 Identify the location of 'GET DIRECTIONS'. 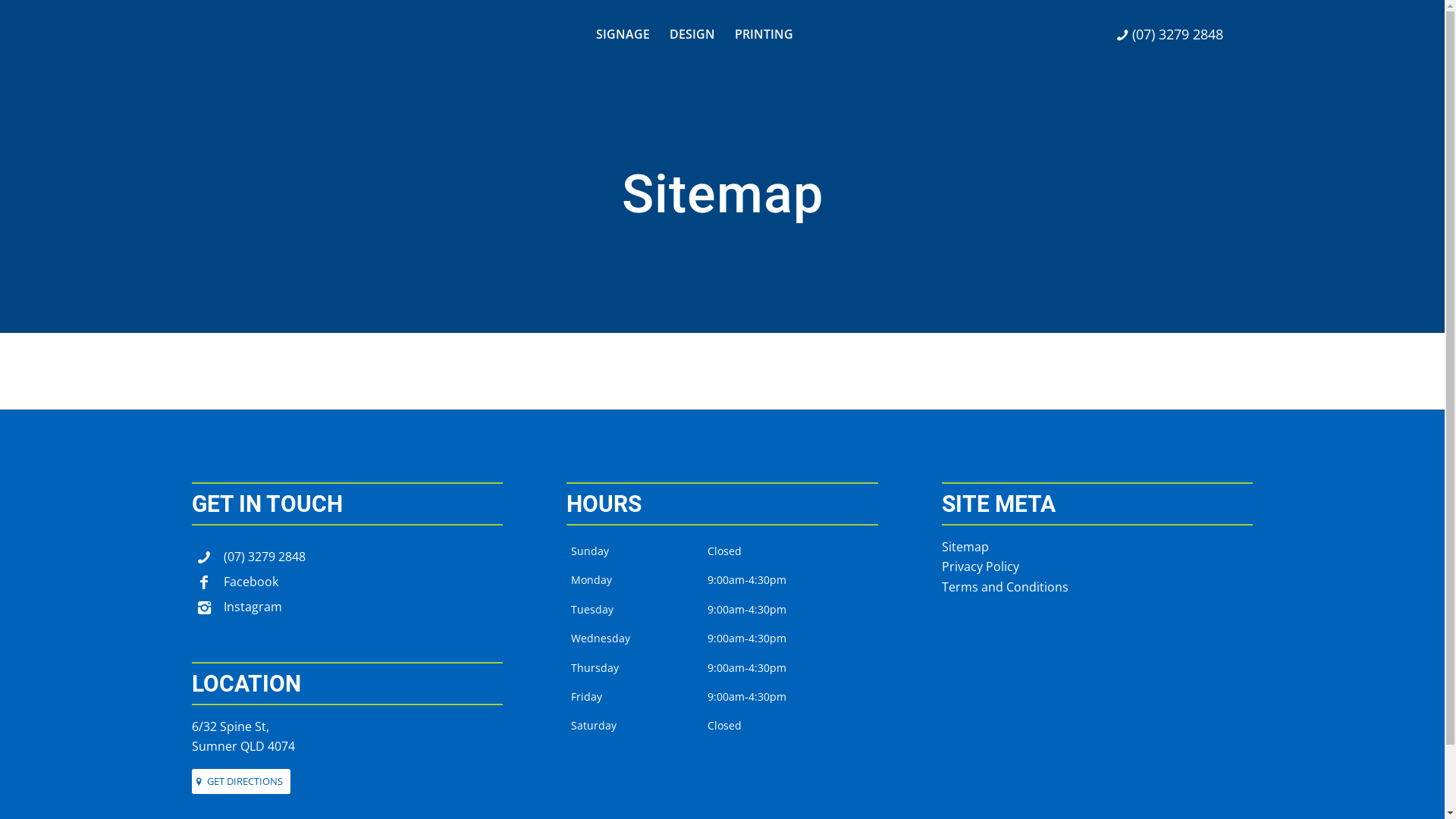
(190, 781).